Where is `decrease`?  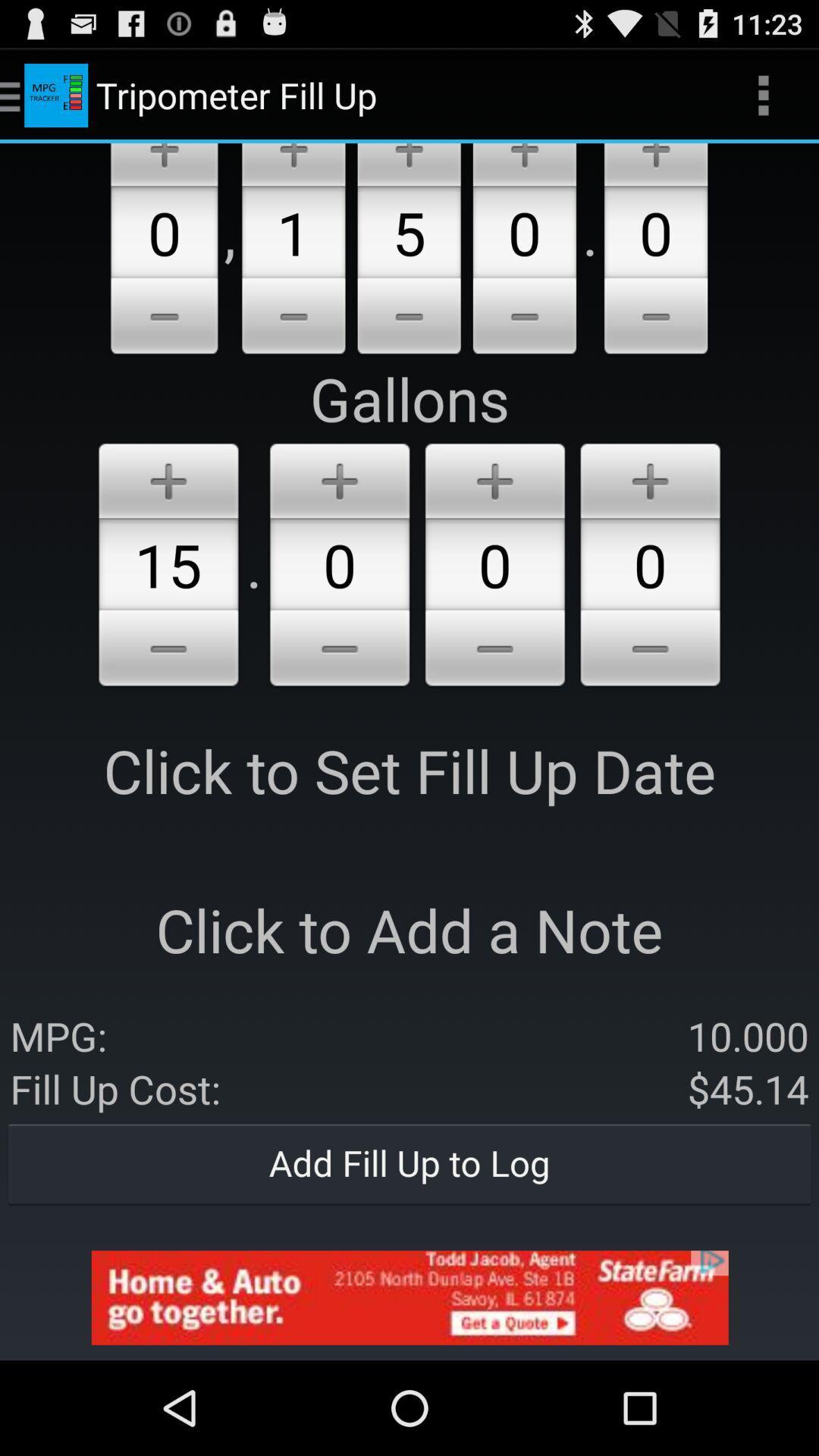
decrease is located at coordinates (494, 651).